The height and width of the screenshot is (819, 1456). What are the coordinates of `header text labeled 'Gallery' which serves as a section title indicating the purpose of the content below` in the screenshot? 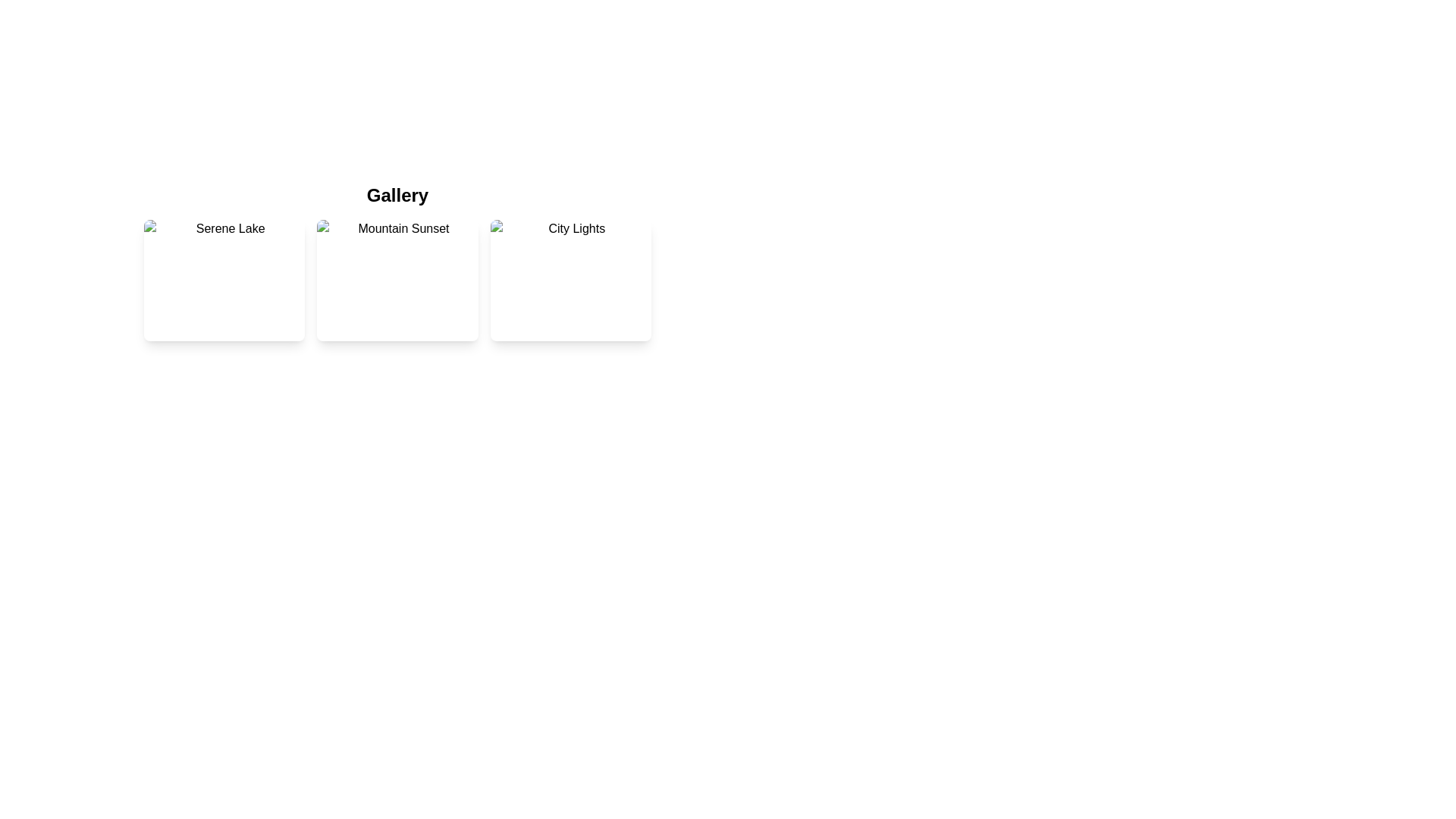 It's located at (397, 195).